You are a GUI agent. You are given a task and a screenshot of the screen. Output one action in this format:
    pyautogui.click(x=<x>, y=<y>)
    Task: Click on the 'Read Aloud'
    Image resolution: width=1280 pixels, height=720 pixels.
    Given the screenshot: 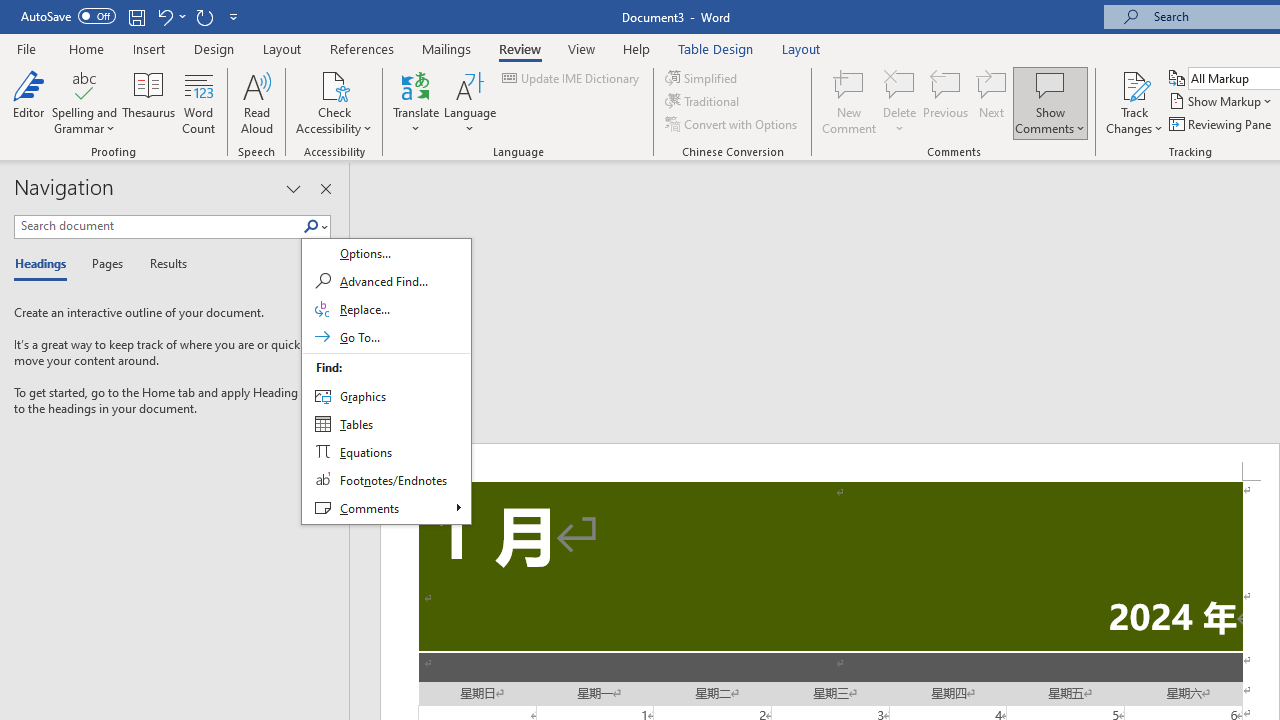 What is the action you would take?
    pyautogui.click(x=255, y=103)
    